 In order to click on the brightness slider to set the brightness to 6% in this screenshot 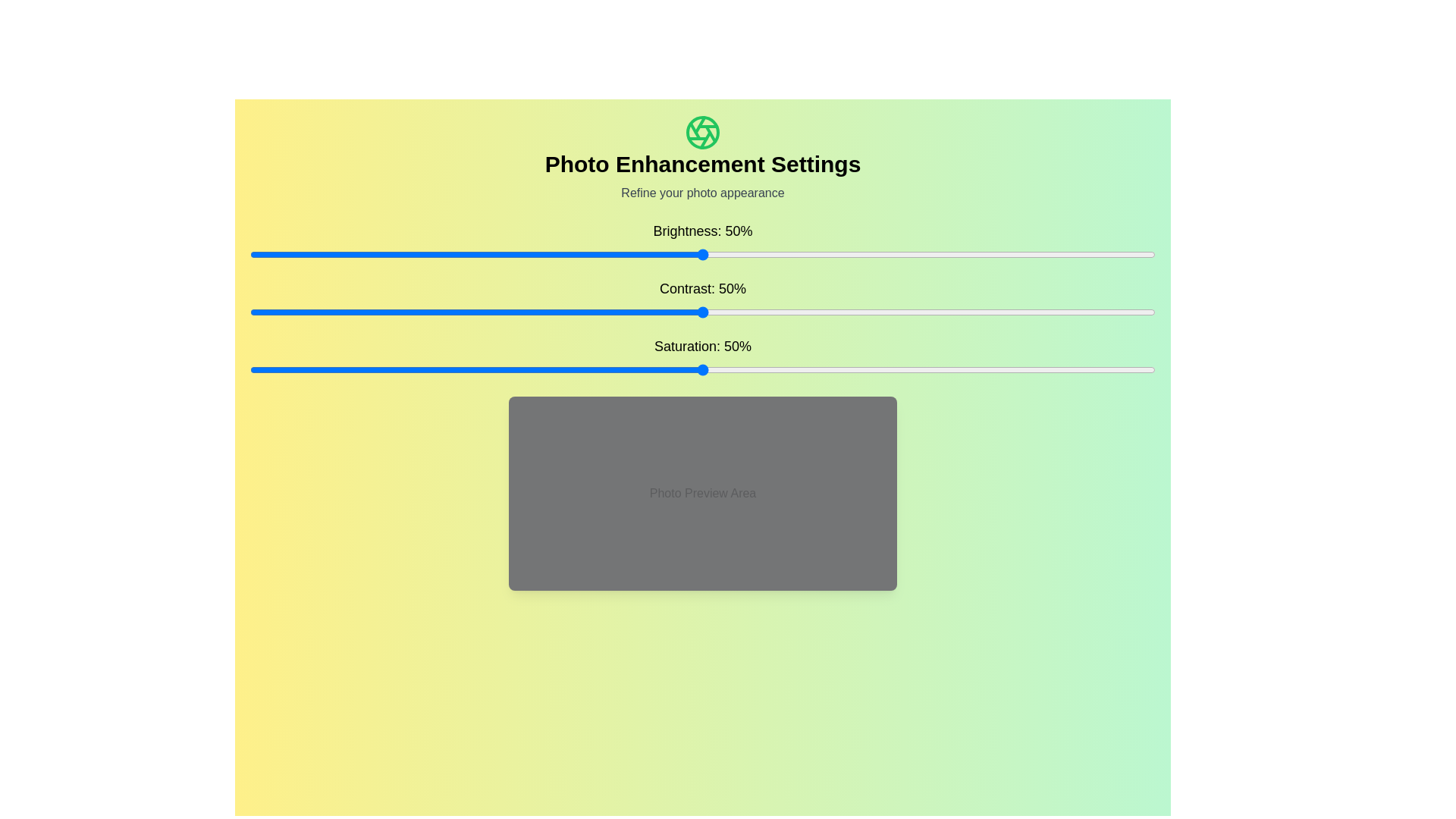, I will do `click(303, 253)`.